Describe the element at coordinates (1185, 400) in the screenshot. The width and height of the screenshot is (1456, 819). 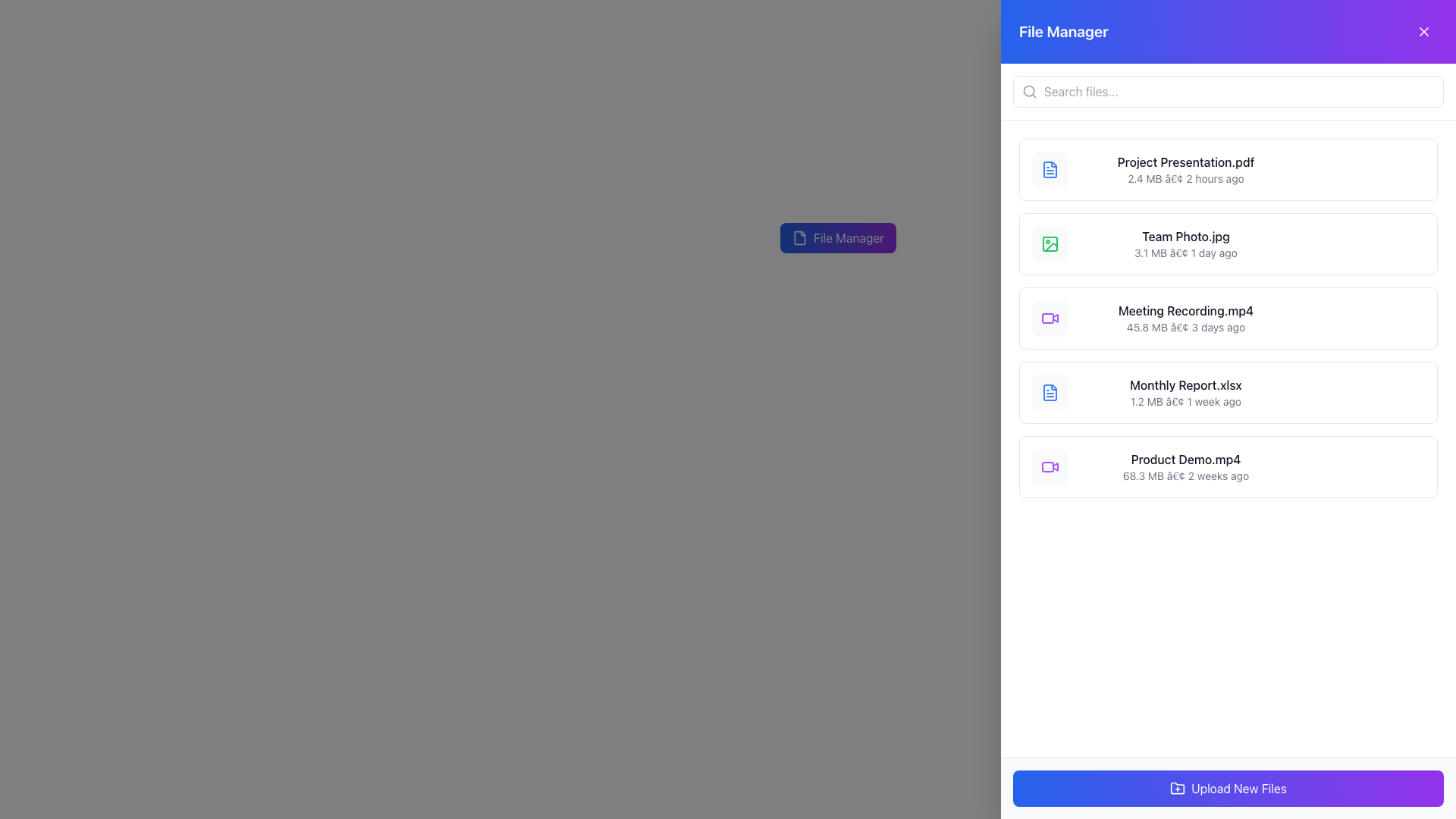
I see `the Text display element that provides details about the file 'Monthly Report.xlsx', located immediately below its file name` at that location.